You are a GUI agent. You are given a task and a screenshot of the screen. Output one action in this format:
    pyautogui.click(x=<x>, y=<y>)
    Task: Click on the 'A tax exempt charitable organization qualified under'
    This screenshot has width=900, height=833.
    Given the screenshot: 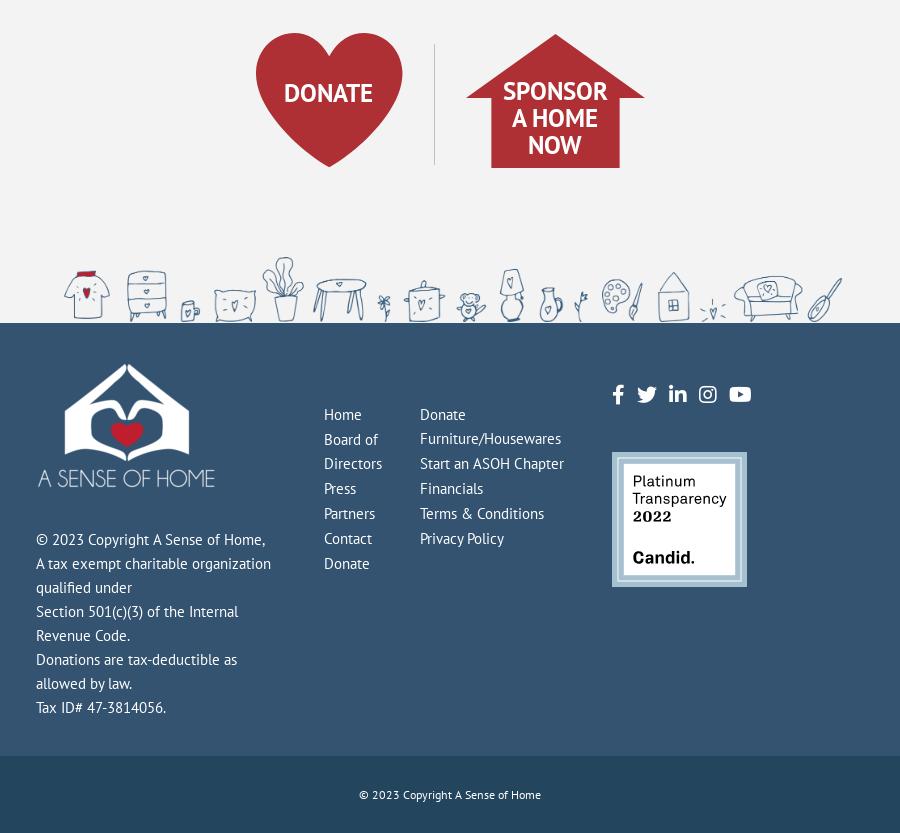 What is the action you would take?
    pyautogui.click(x=153, y=574)
    